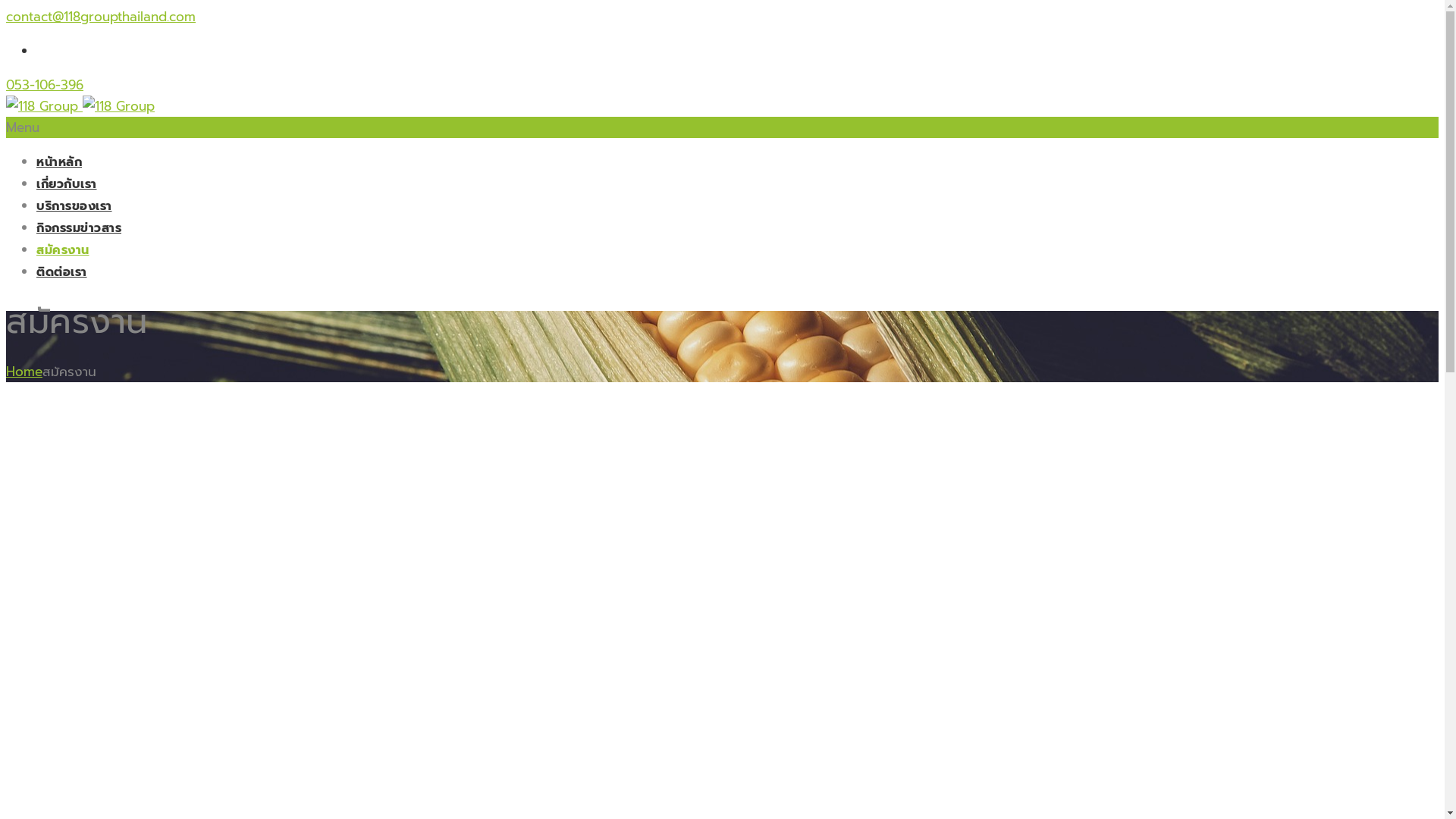  Describe the element at coordinates (44, 84) in the screenshot. I see `'053-106-396'` at that location.